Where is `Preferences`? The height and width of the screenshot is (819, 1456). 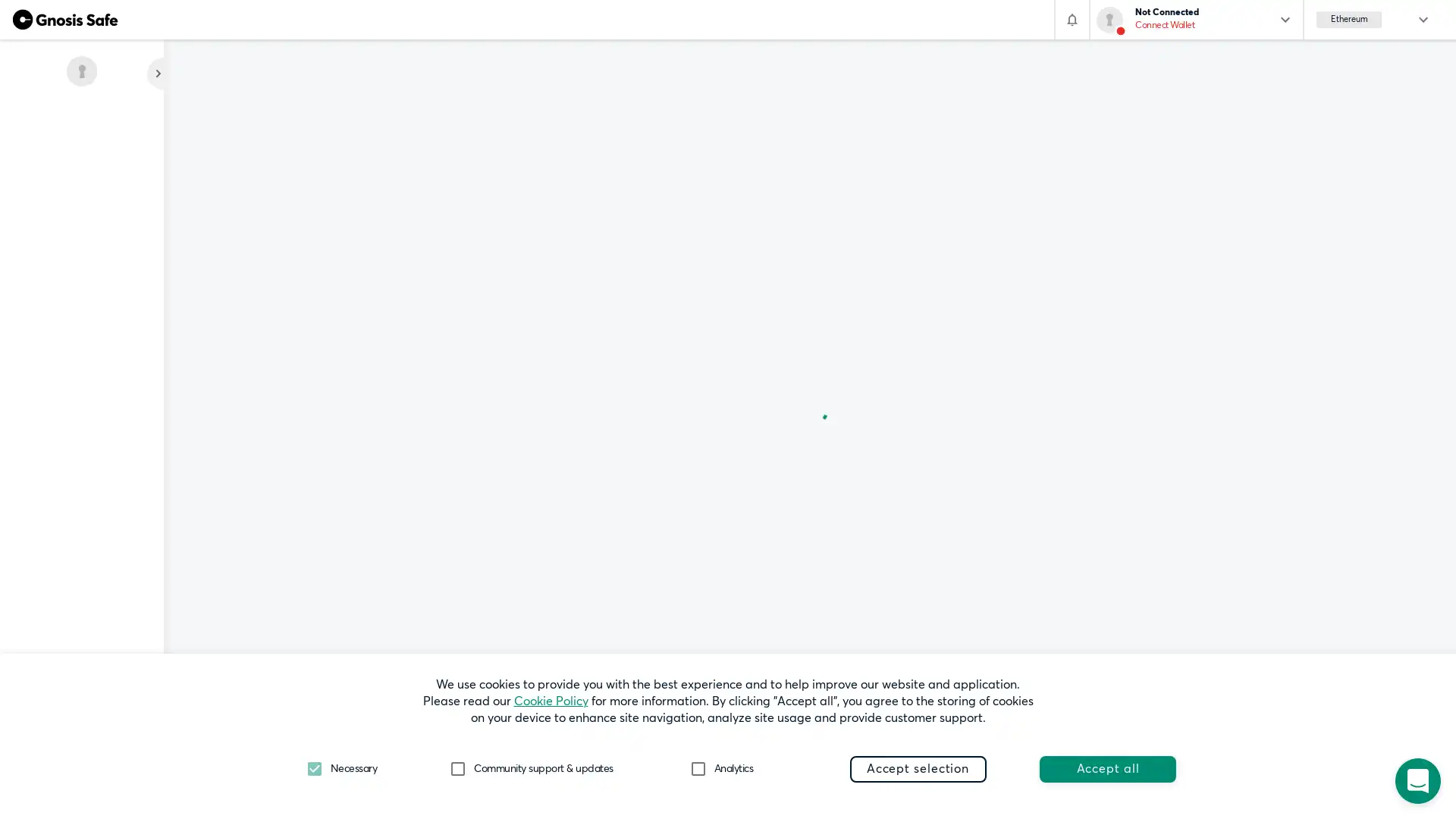 Preferences is located at coordinates (924, 795).